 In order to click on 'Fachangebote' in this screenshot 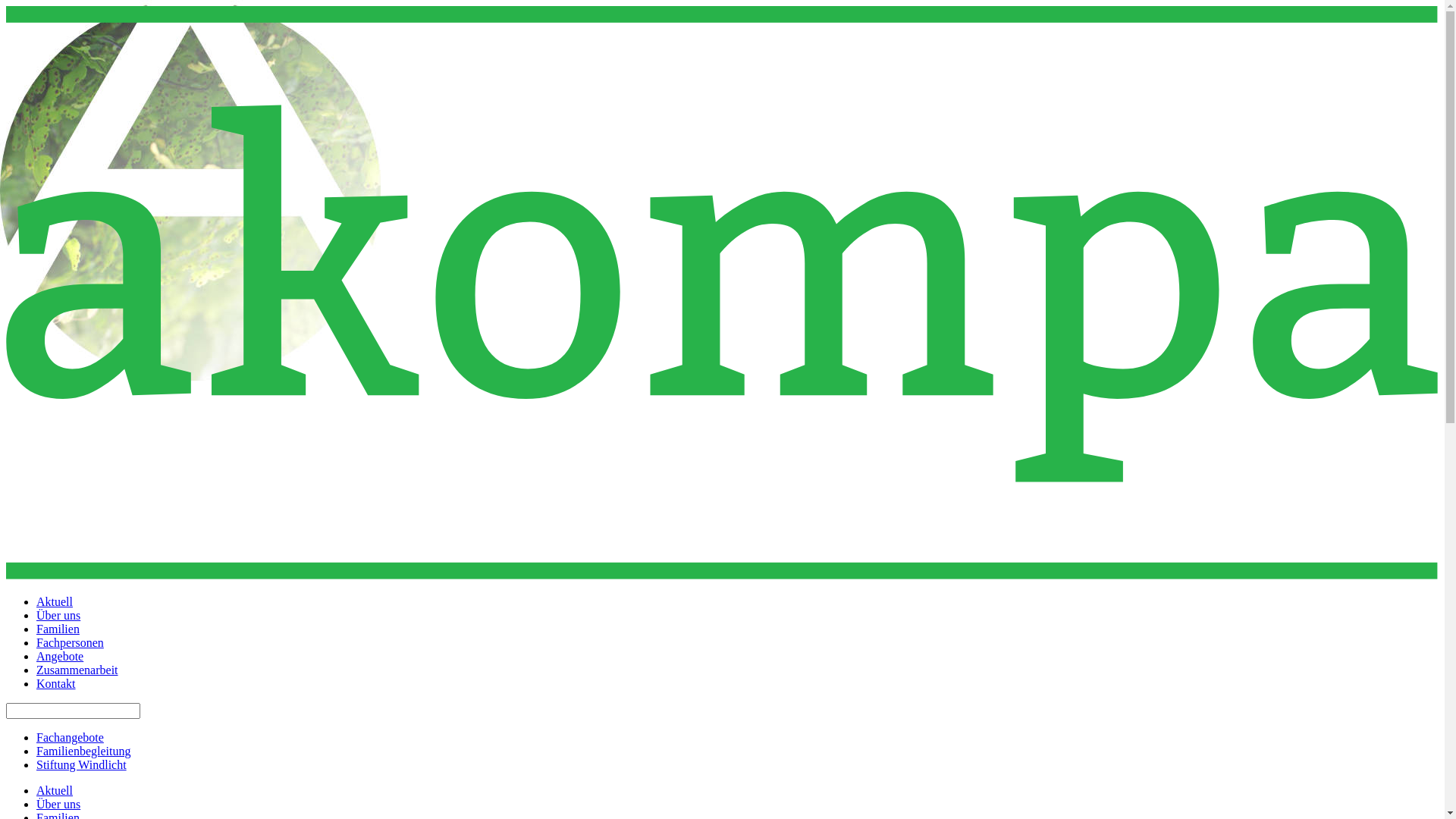, I will do `click(36, 736)`.